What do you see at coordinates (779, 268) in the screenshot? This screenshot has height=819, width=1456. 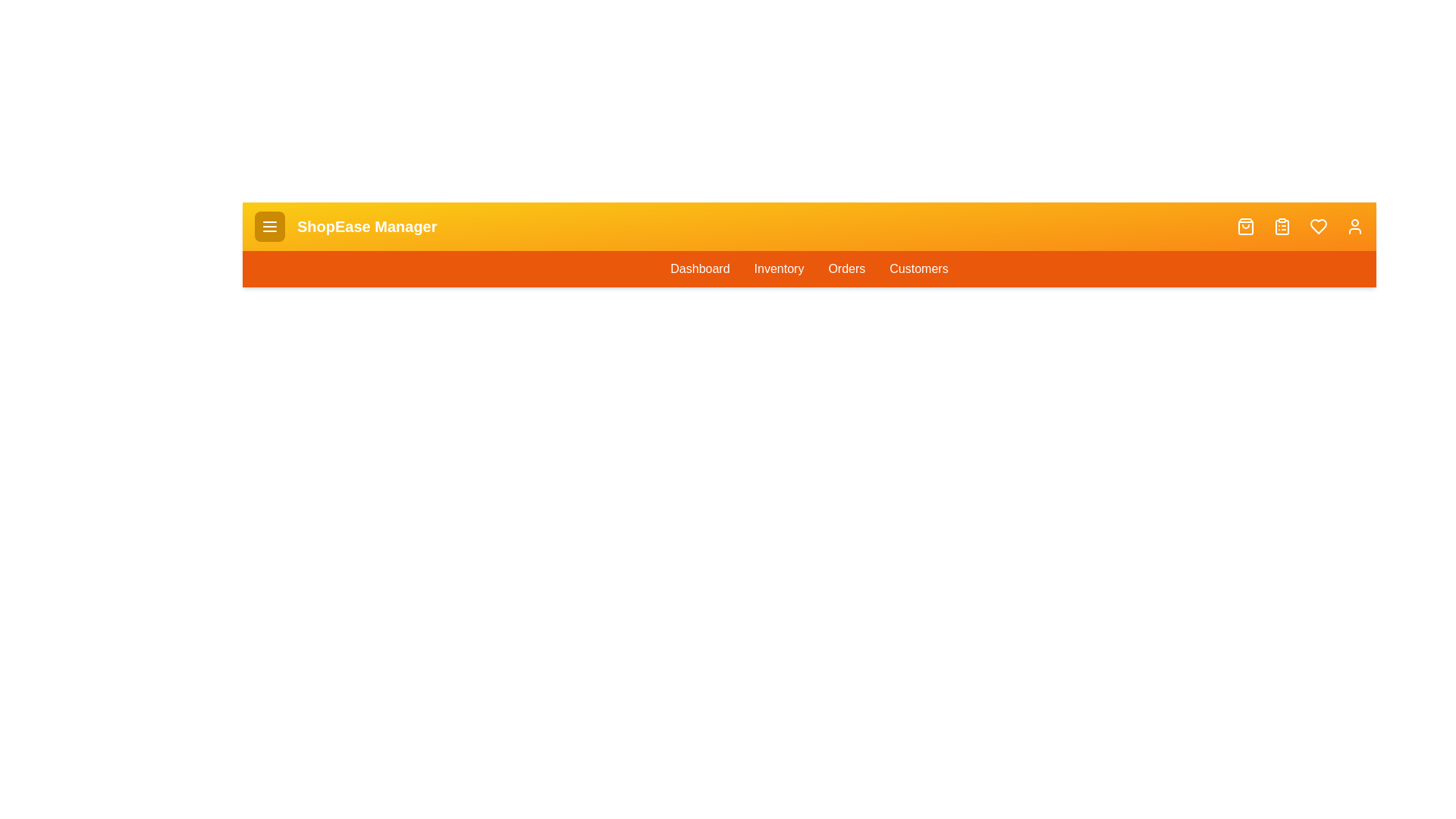 I see `the navigation link for Inventory to navigate to the respective section` at bounding box center [779, 268].